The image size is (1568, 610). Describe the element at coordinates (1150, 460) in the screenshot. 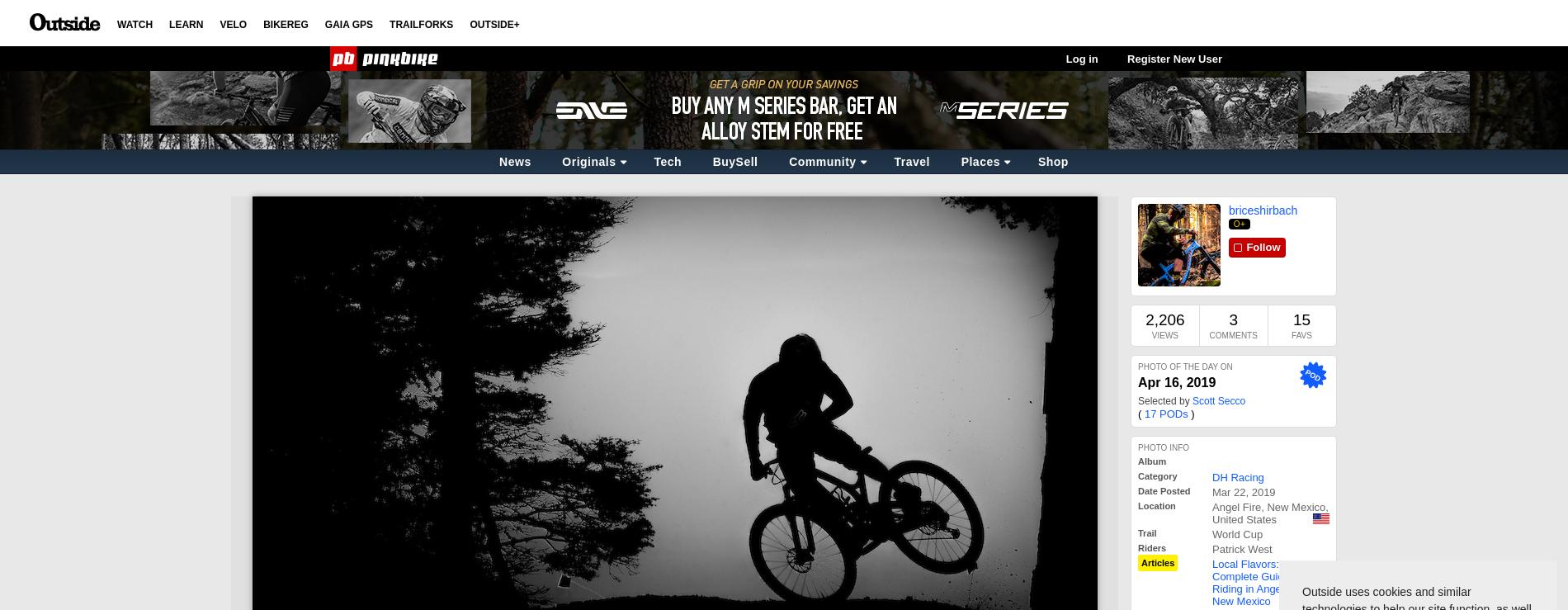

I see `'Album'` at that location.